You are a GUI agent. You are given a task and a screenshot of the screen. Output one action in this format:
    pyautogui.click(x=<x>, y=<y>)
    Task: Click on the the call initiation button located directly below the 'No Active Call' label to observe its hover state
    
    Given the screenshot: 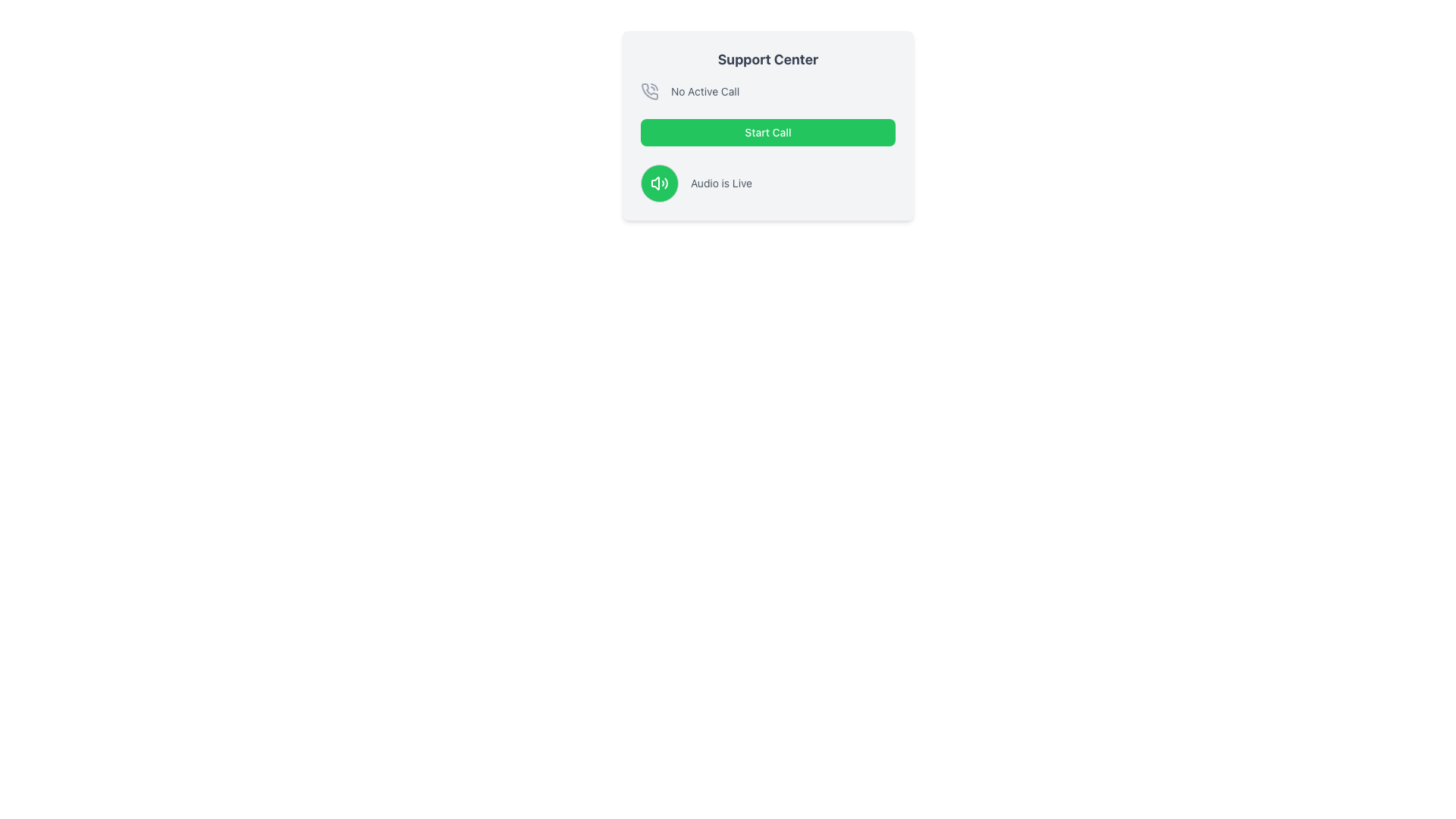 What is the action you would take?
    pyautogui.click(x=767, y=131)
    